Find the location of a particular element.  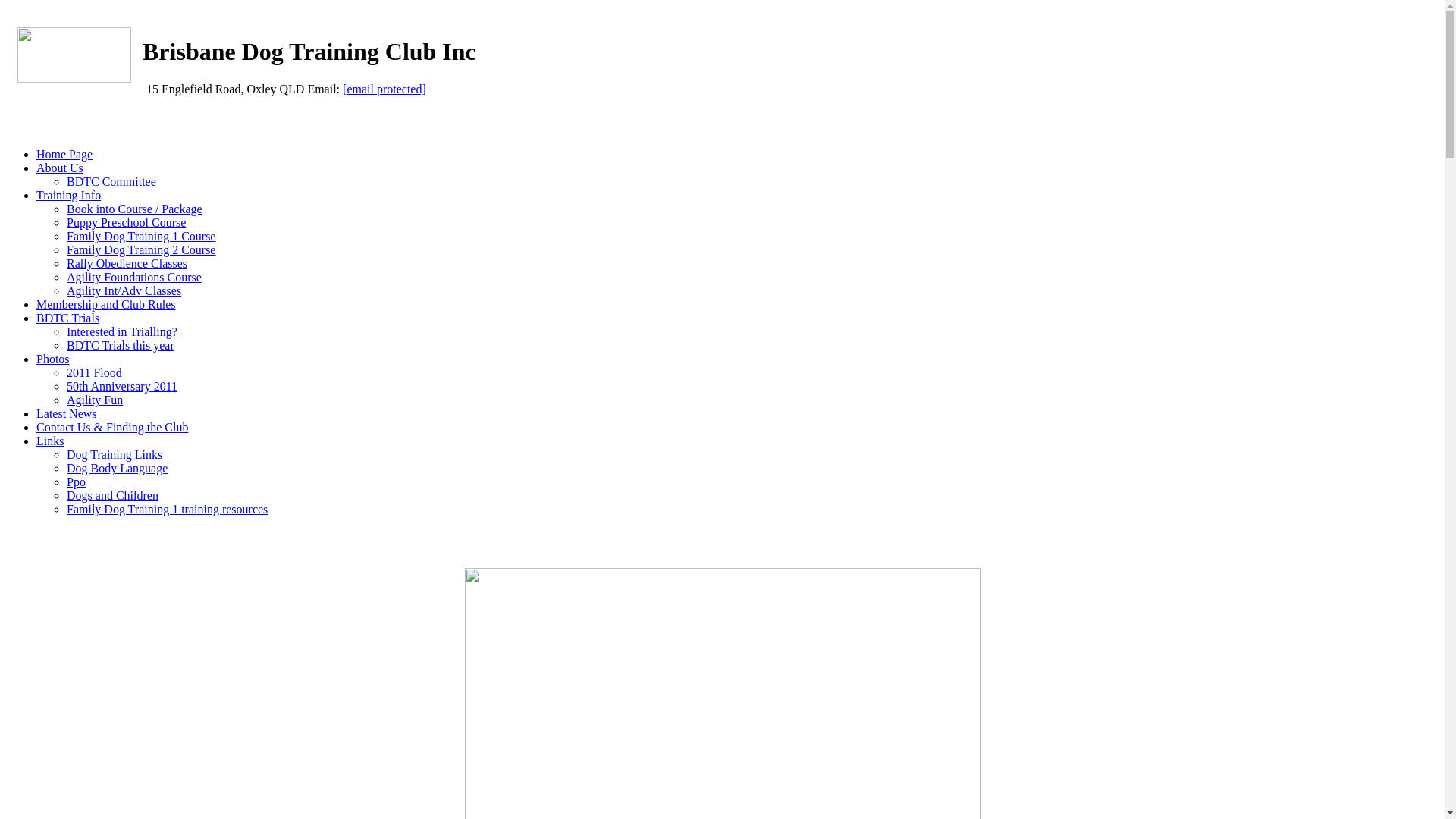

'Puppy Preschool Course' is located at coordinates (65, 222).